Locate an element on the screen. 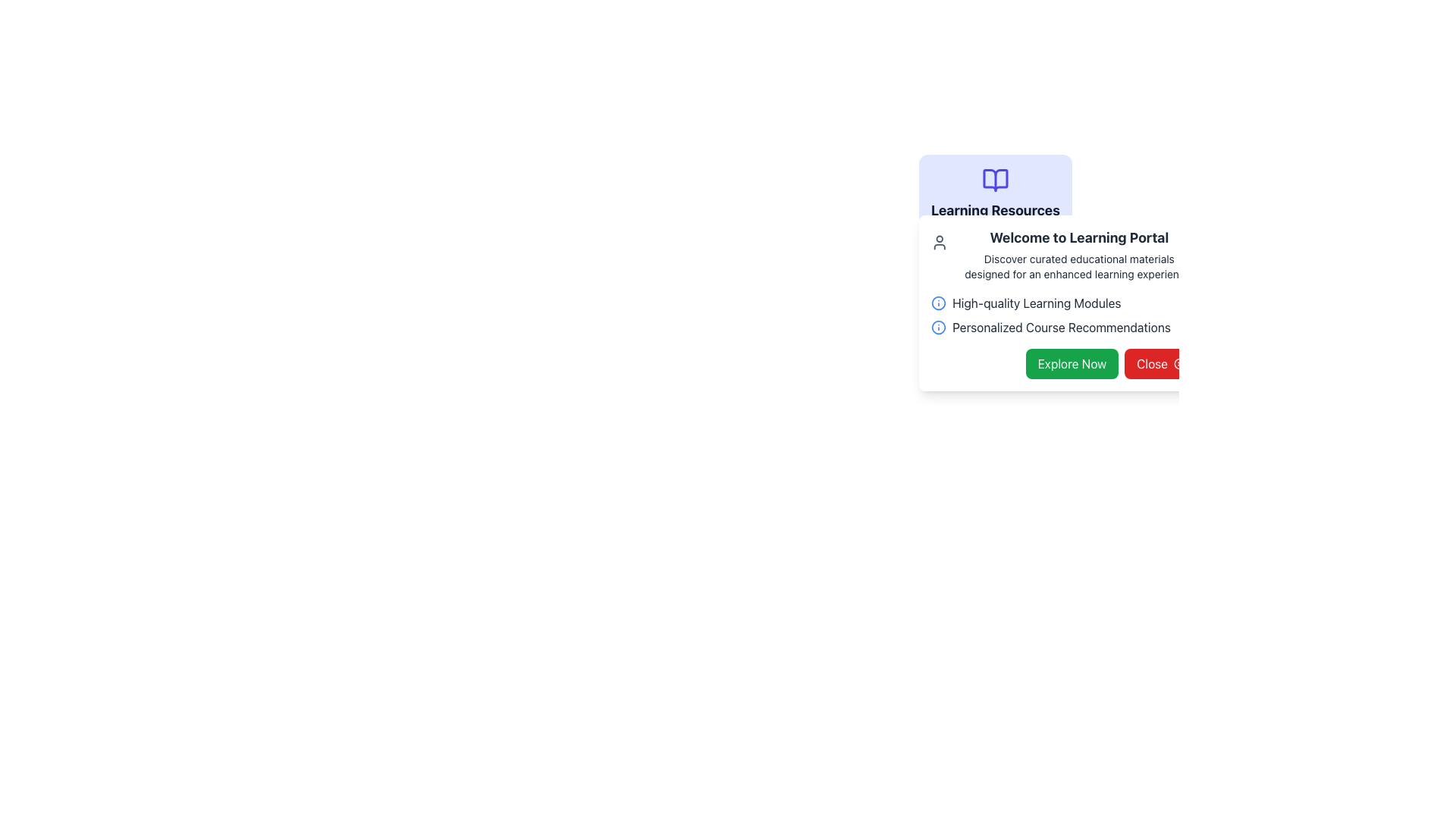 The width and height of the screenshot is (1456, 819). the text label that reads 'High-quality Learning Modules' accompanied by a rounded blue 'i' icon, which is positioned beneath the header 'Welcome to Learning Portal' is located at coordinates (1064, 303).